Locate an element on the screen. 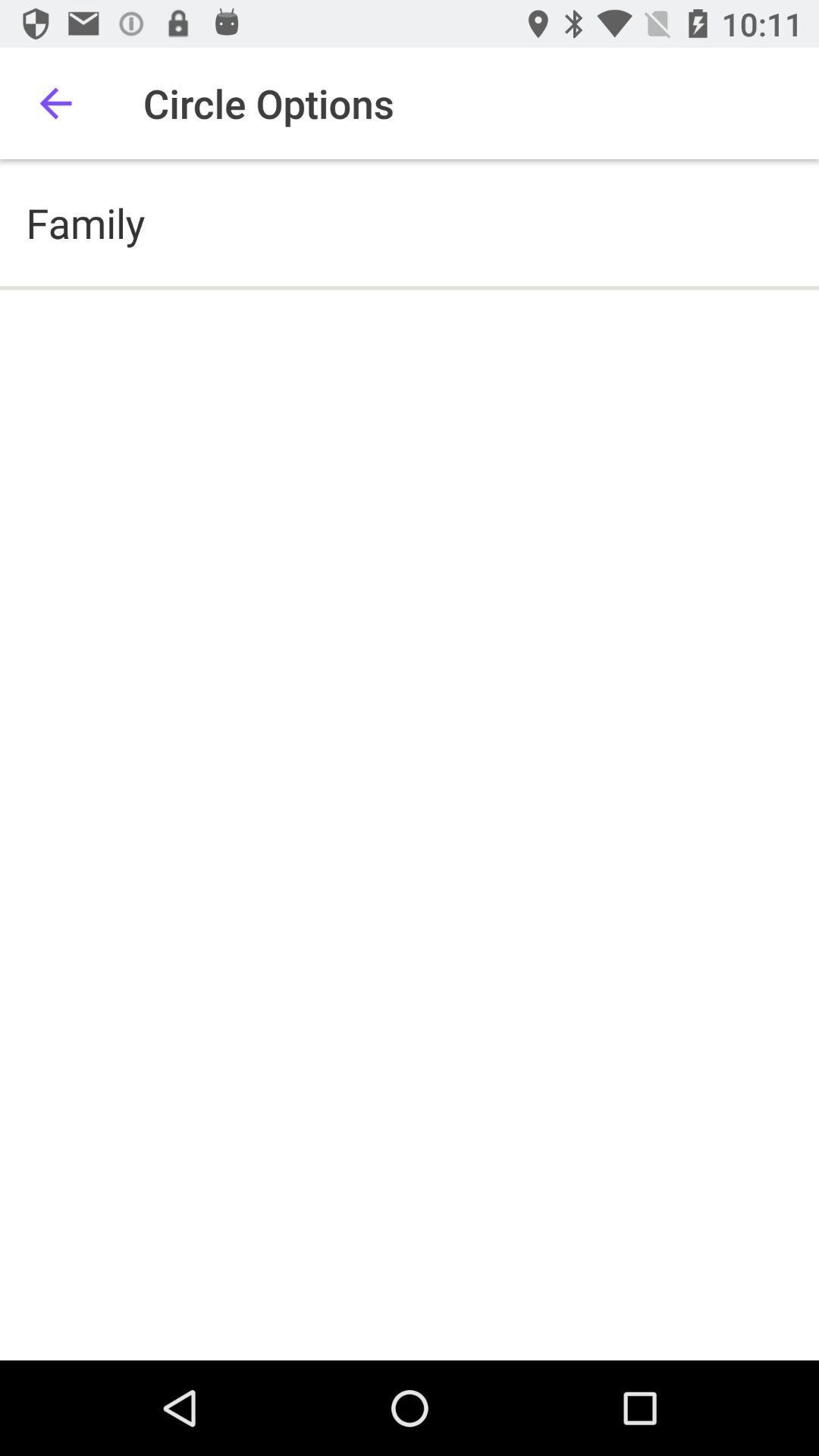  icon above family icon is located at coordinates (55, 102).